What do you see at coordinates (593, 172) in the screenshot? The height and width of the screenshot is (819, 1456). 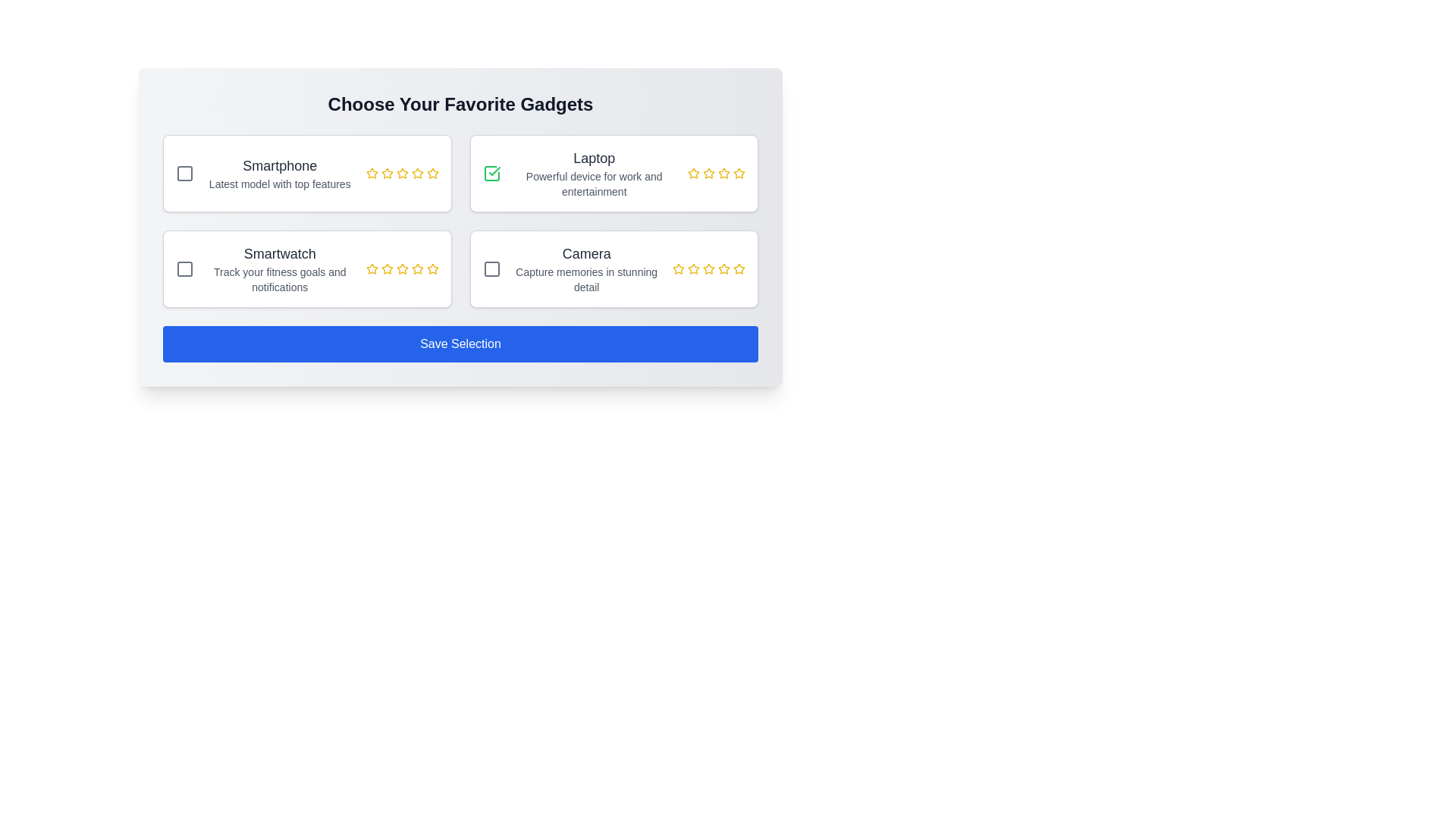 I see `title and description of the 'Laptop' gadget, which is located in the top-right box of the selection interface between a checkbox and a rating system` at bounding box center [593, 172].